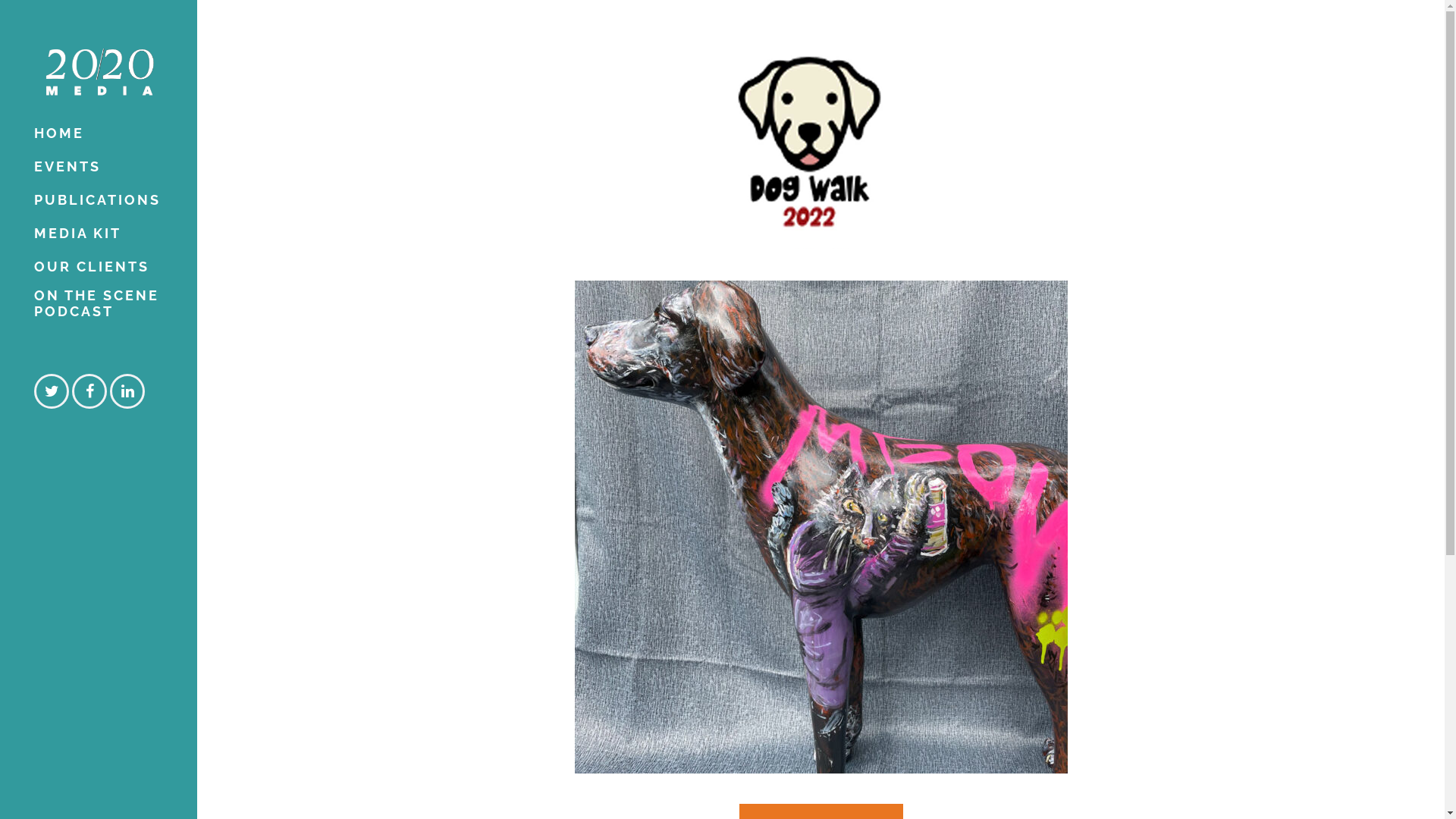 The width and height of the screenshot is (1456, 819). I want to click on 'ON THE SCENE PODCAST', so click(97, 306).